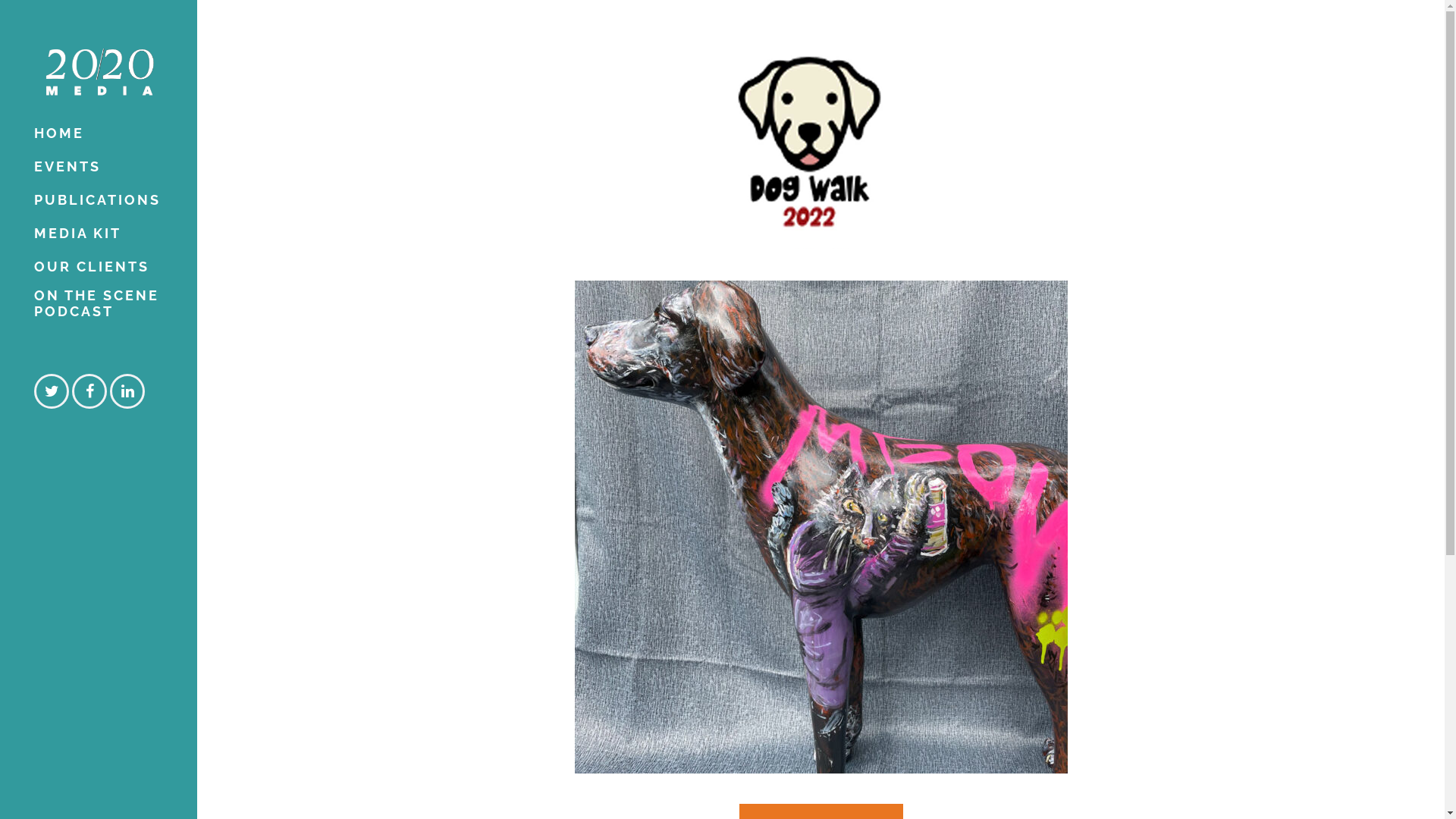 The width and height of the screenshot is (1456, 819). I want to click on 'ON THE SCENE PODCAST', so click(97, 306).